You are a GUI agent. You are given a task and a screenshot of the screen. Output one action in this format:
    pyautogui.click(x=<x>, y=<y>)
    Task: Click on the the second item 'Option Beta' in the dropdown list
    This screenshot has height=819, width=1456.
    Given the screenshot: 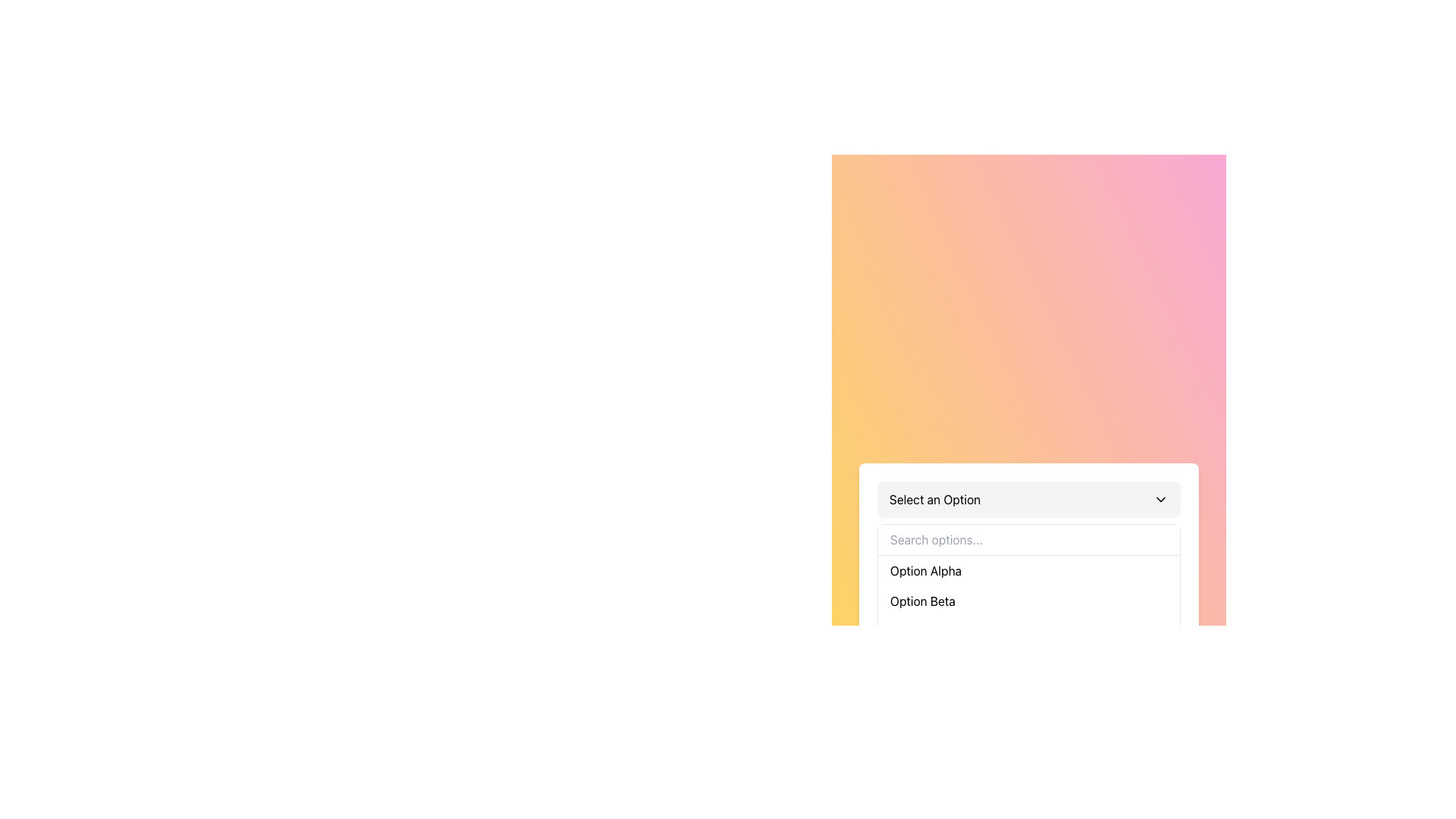 What is the action you would take?
    pyautogui.click(x=1029, y=600)
    